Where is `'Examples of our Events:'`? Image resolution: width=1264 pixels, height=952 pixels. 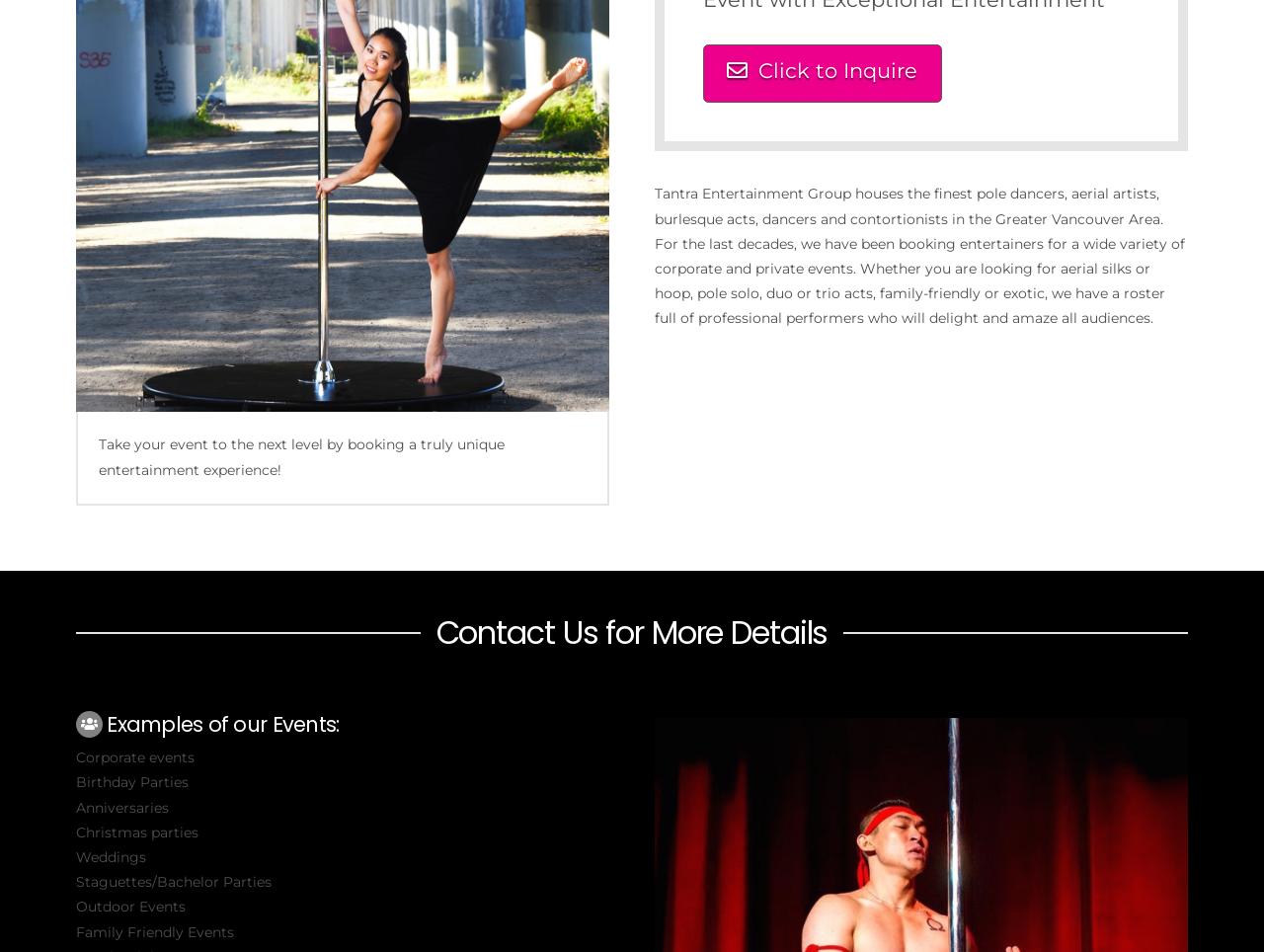 'Examples of our Events:' is located at coordinates (106, 722).